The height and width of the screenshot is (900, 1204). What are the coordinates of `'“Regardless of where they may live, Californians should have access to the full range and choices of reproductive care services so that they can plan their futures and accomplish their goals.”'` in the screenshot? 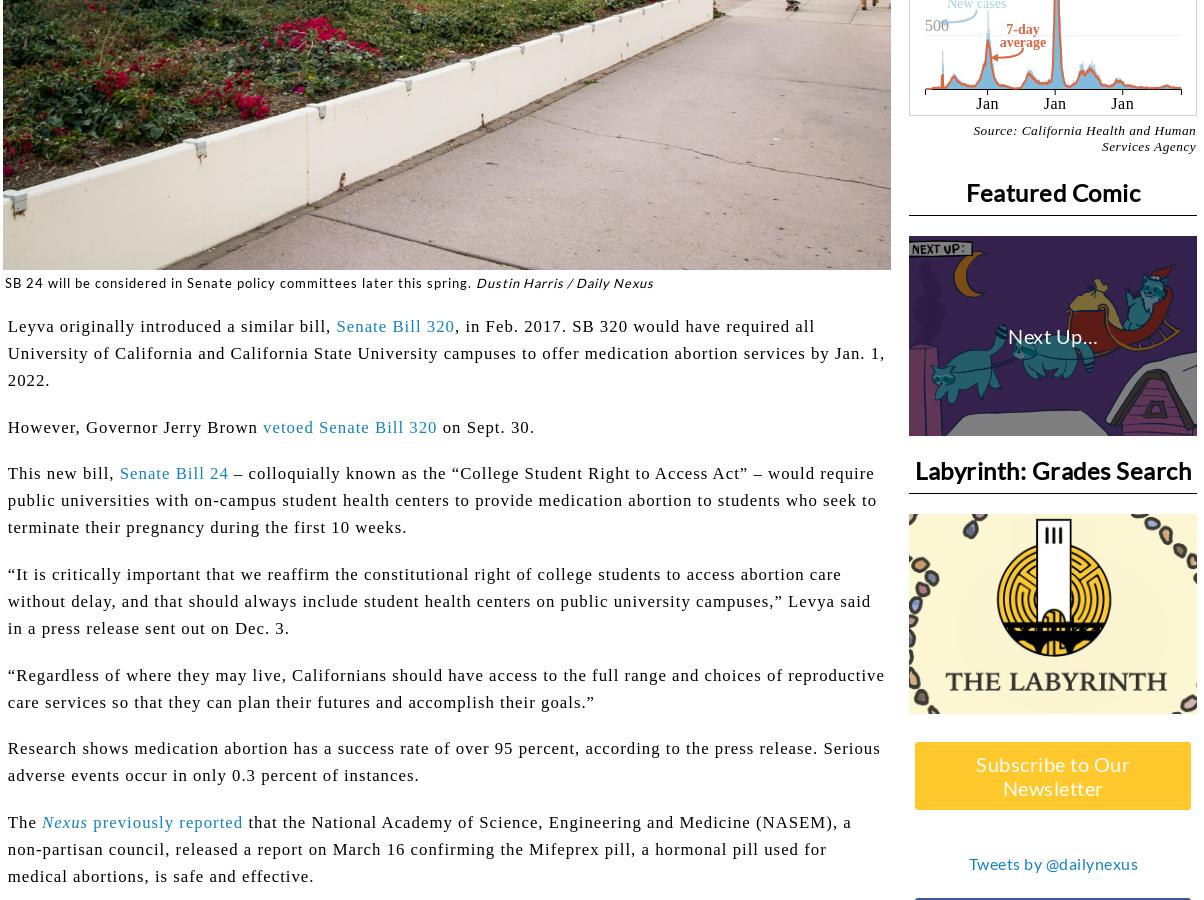 It's located at (445, 686).